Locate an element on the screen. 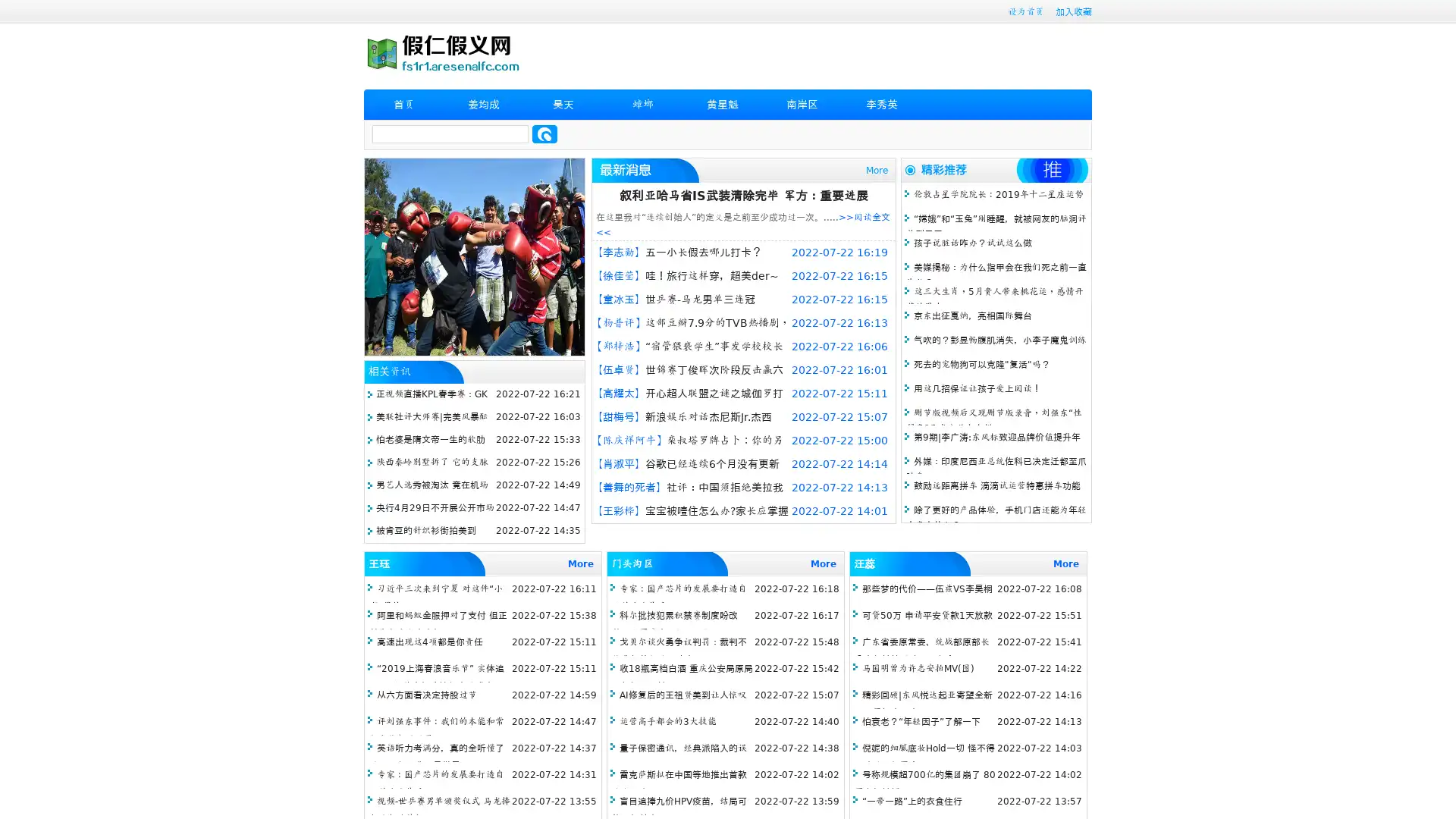 Image resolution: width=1456 pixels, height=819 pixels. Search is located at coordinates (544, 133).